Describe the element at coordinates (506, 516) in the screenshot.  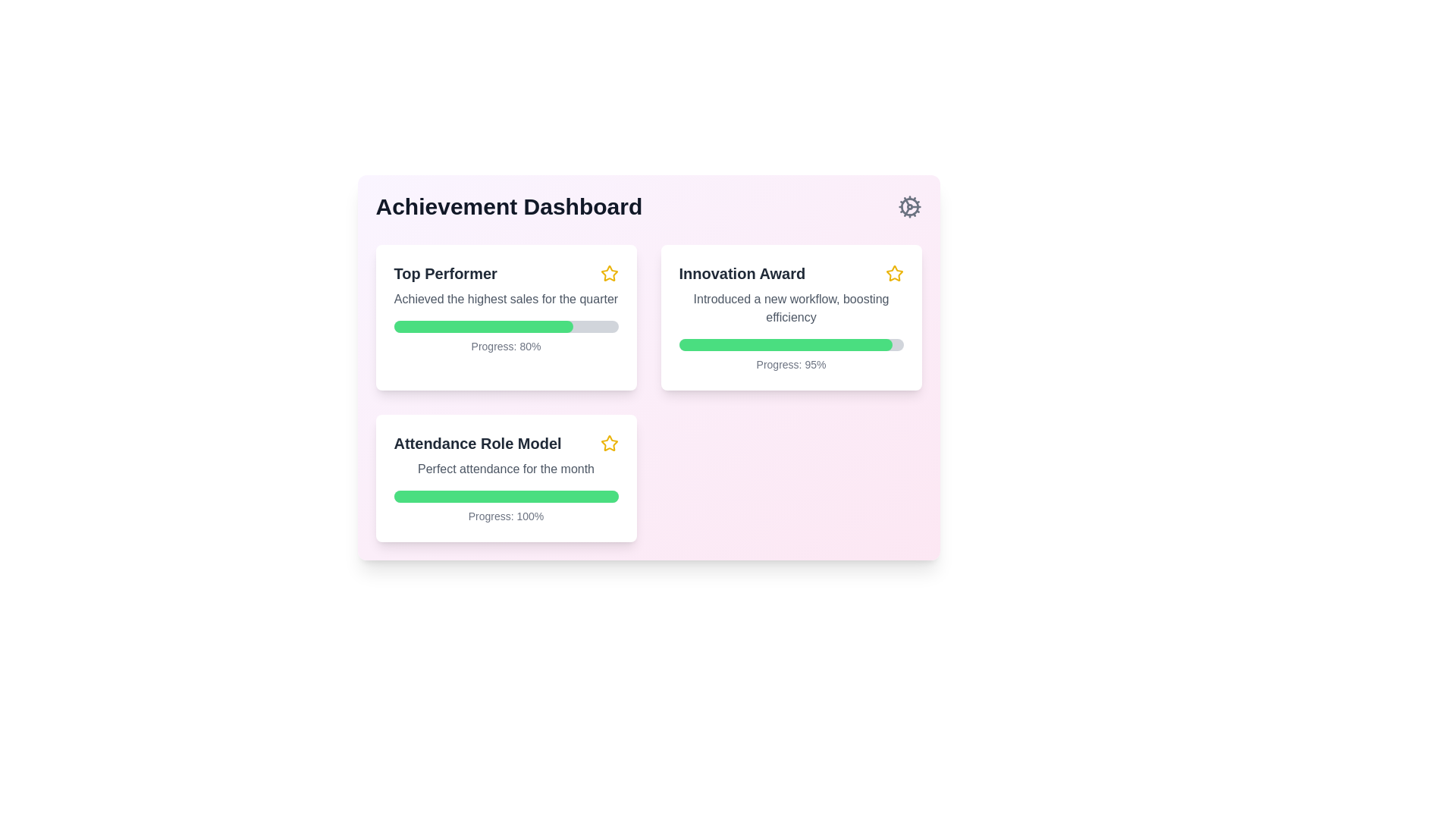
I see `the textual indicator that reads 'Progress: 100%', which is located below the green progress bar within the 'Attendance Role Model' card` at that location.